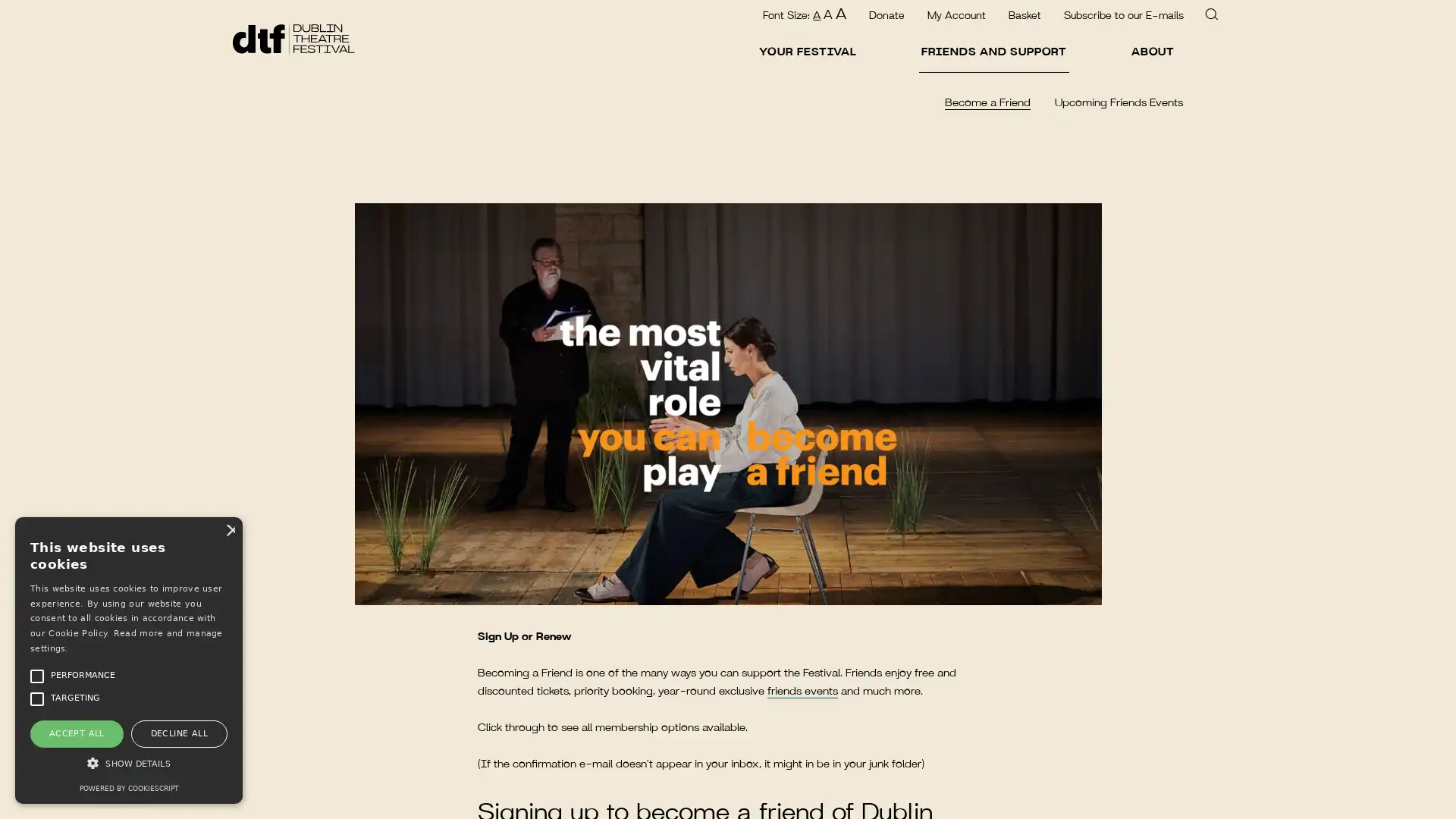 The image size is (1456, 819). What do you see at coordinates (178, 733) in the screenshot?
I see `DECLINE ALL` at bounding box center [178, 733].